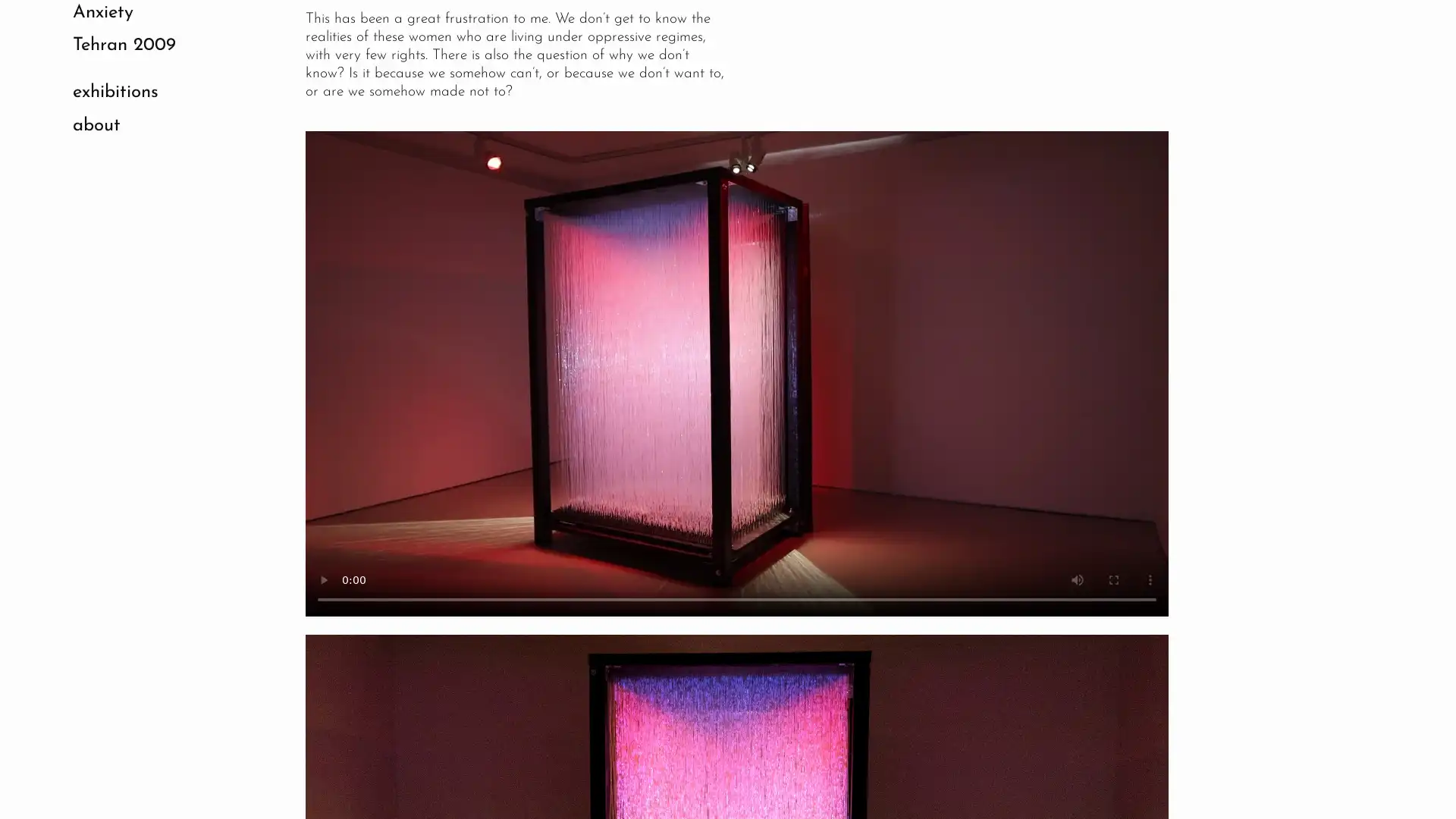 This screenshot has height=819, width=1456. Describe the element at coordinates (1150, 579) in the screenshot. I see `show more media controls` at that location.